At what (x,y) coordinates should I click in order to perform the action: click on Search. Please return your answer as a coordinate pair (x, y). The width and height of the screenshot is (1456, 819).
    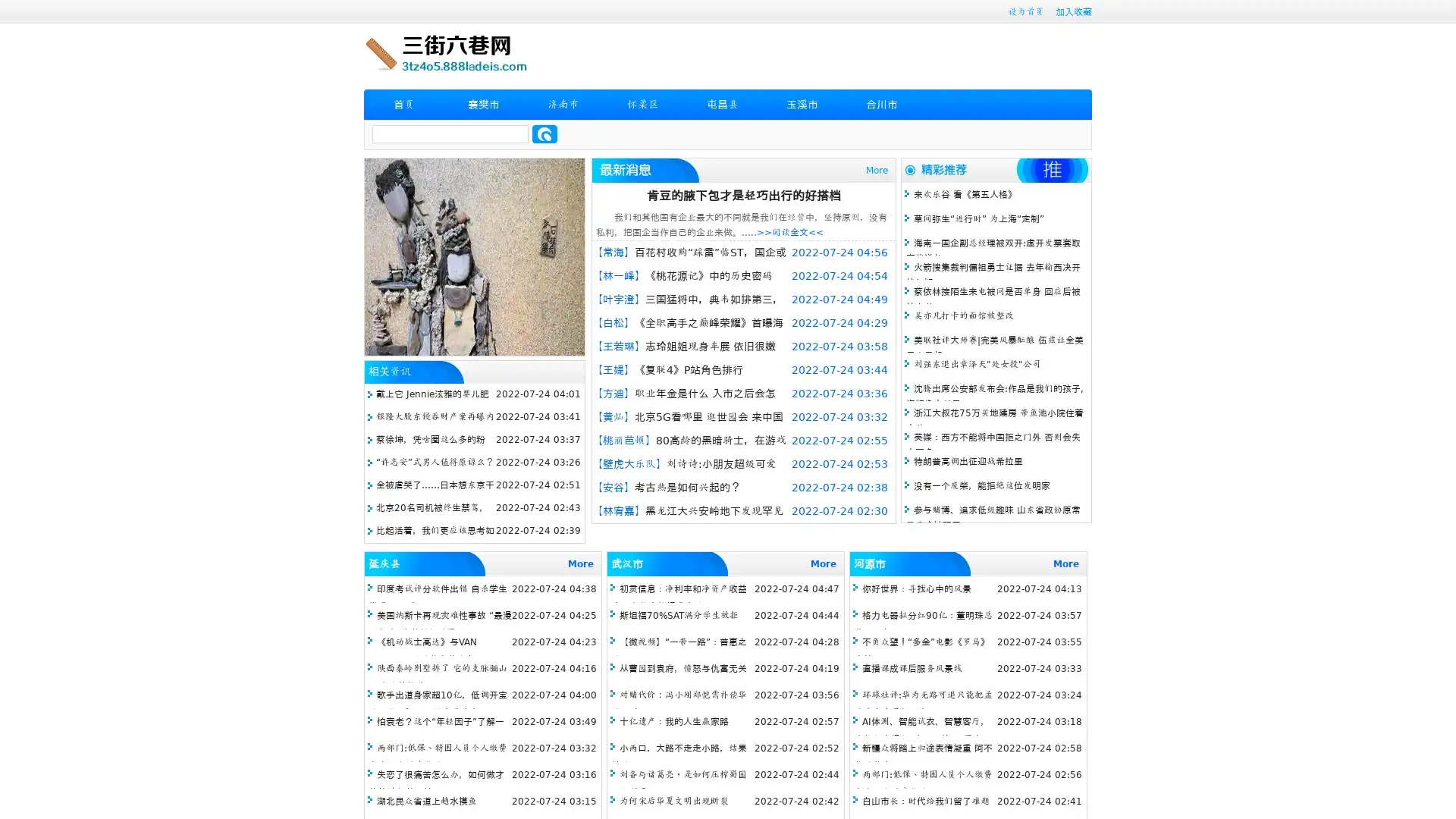
    Looking at the image, I should click on (544, 133).